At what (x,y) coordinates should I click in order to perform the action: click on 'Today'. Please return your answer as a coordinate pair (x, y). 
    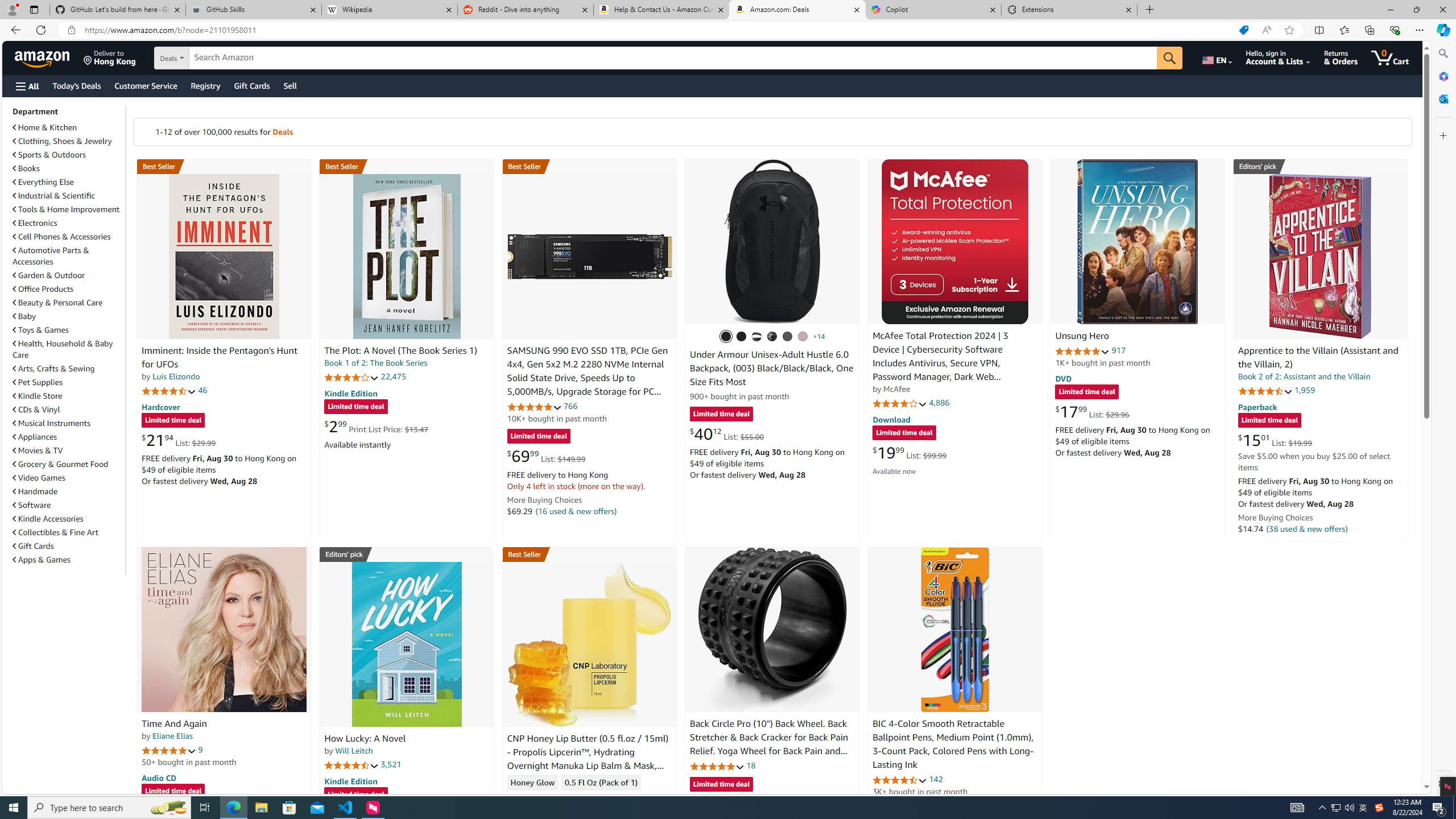
    Looking at the image, I should click on (76, 85).